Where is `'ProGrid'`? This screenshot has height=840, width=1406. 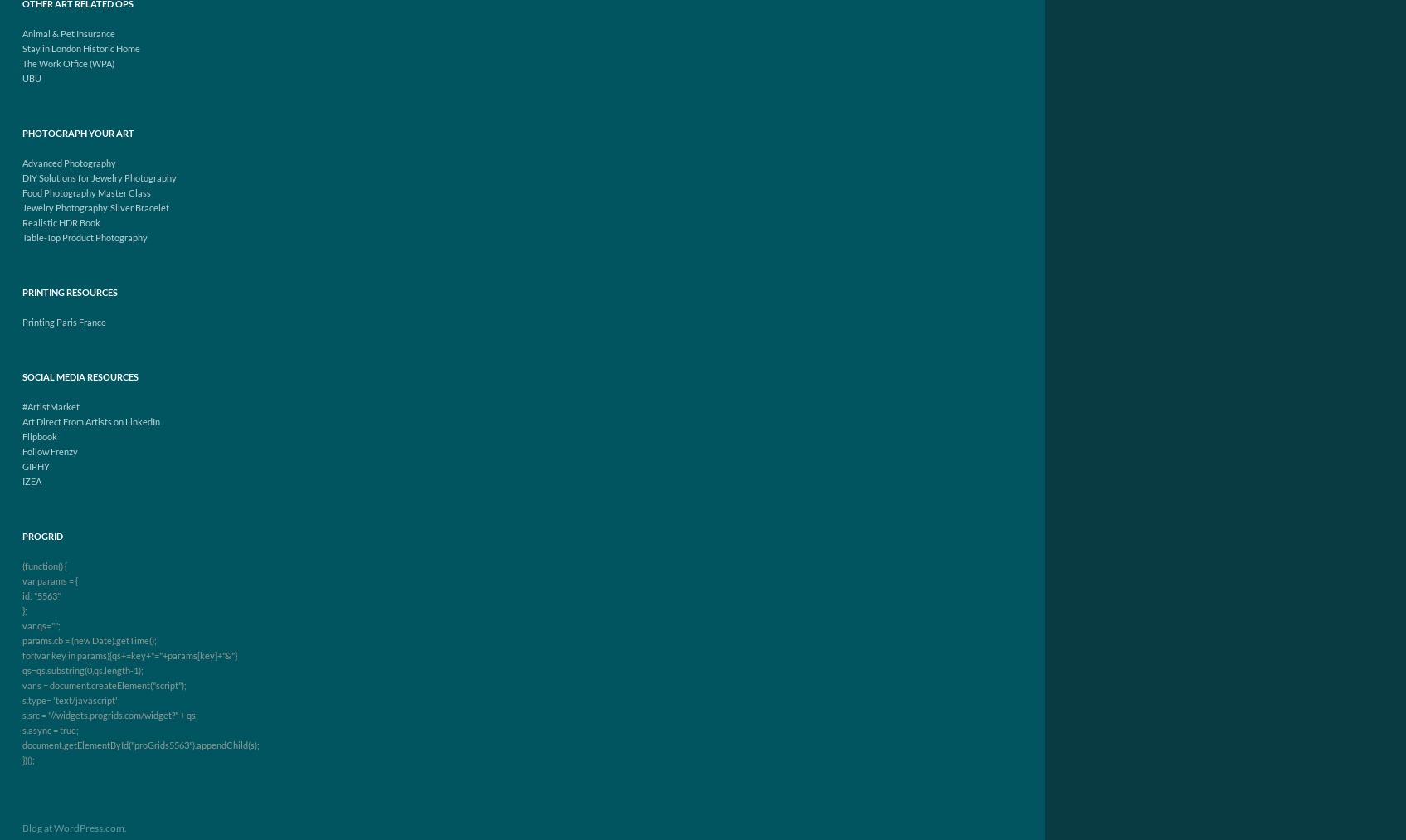 'ProGrid' is located at coordinates (42, 535).